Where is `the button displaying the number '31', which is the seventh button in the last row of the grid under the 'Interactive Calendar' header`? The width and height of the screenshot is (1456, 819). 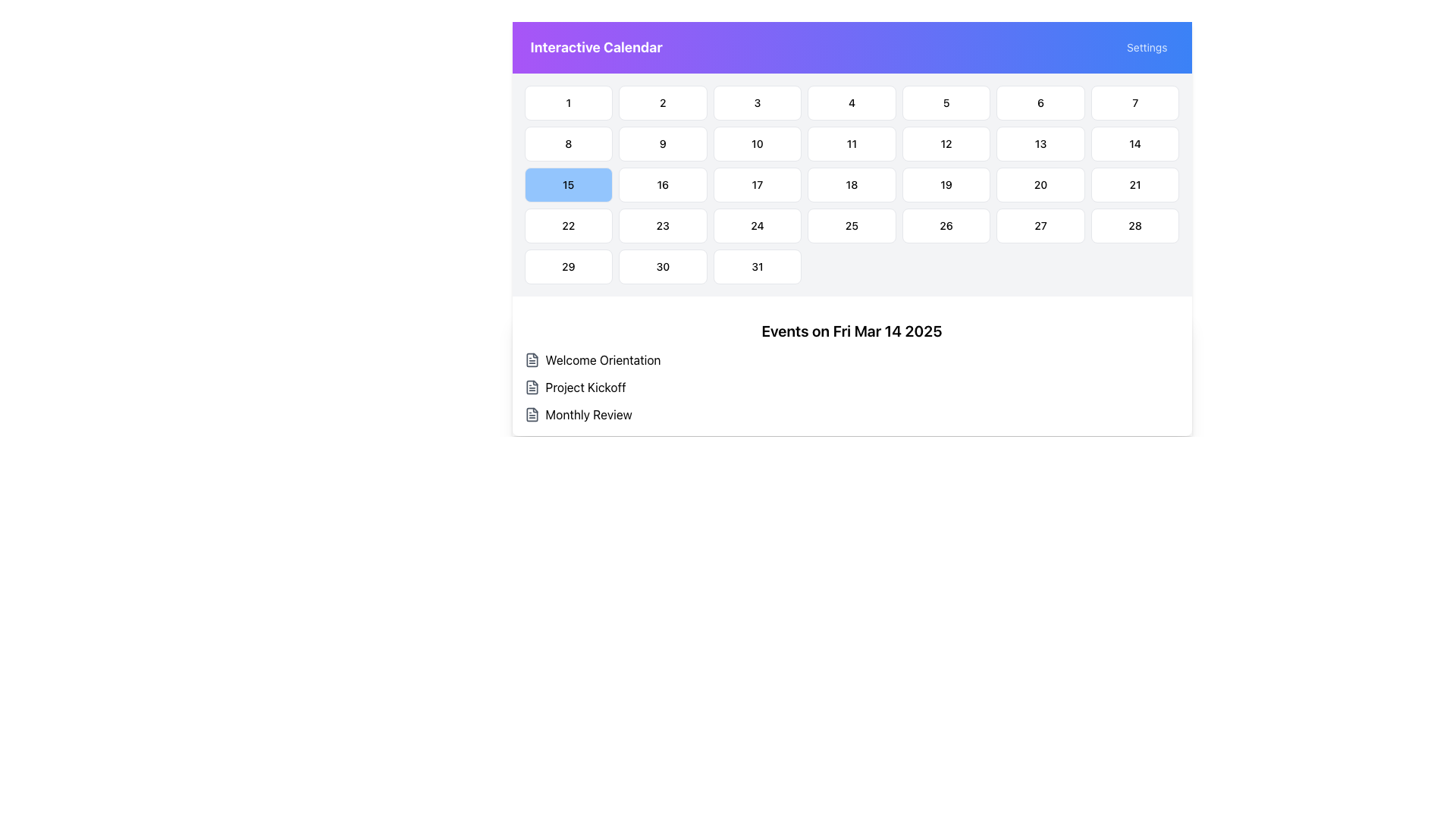 the button displaying the number '31', which is the seventh button in the last row of the grid under the 'Interactive Calendar' header is located at coordinates (757, 265).